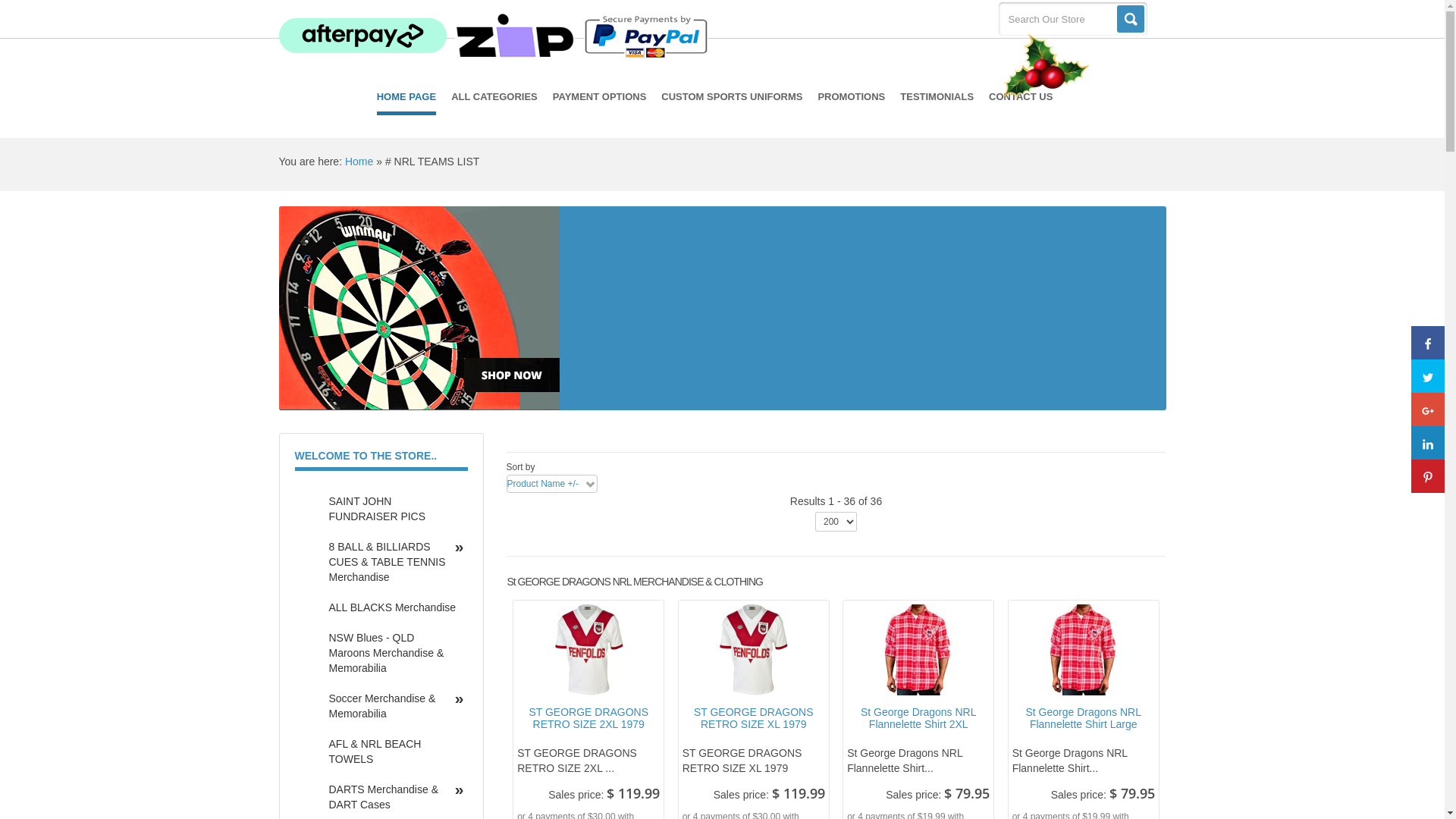 The image size is (1456, 819). What do you see at coordinates (1020, 96) in the screenshot?
I see `'CONTACT US'` at bounding box center [1020, 96].